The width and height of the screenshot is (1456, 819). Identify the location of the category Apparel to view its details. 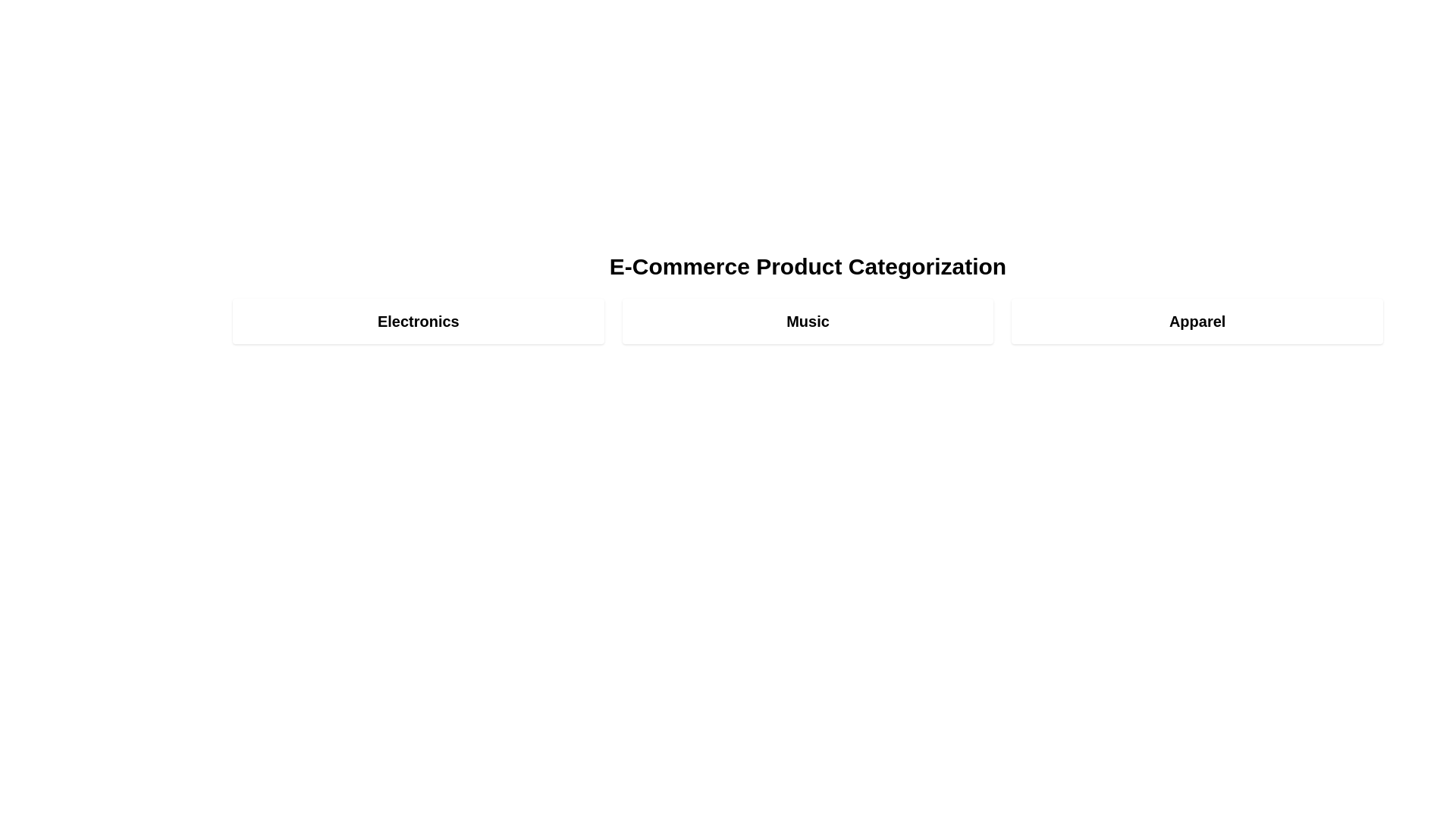
(1197, 321).